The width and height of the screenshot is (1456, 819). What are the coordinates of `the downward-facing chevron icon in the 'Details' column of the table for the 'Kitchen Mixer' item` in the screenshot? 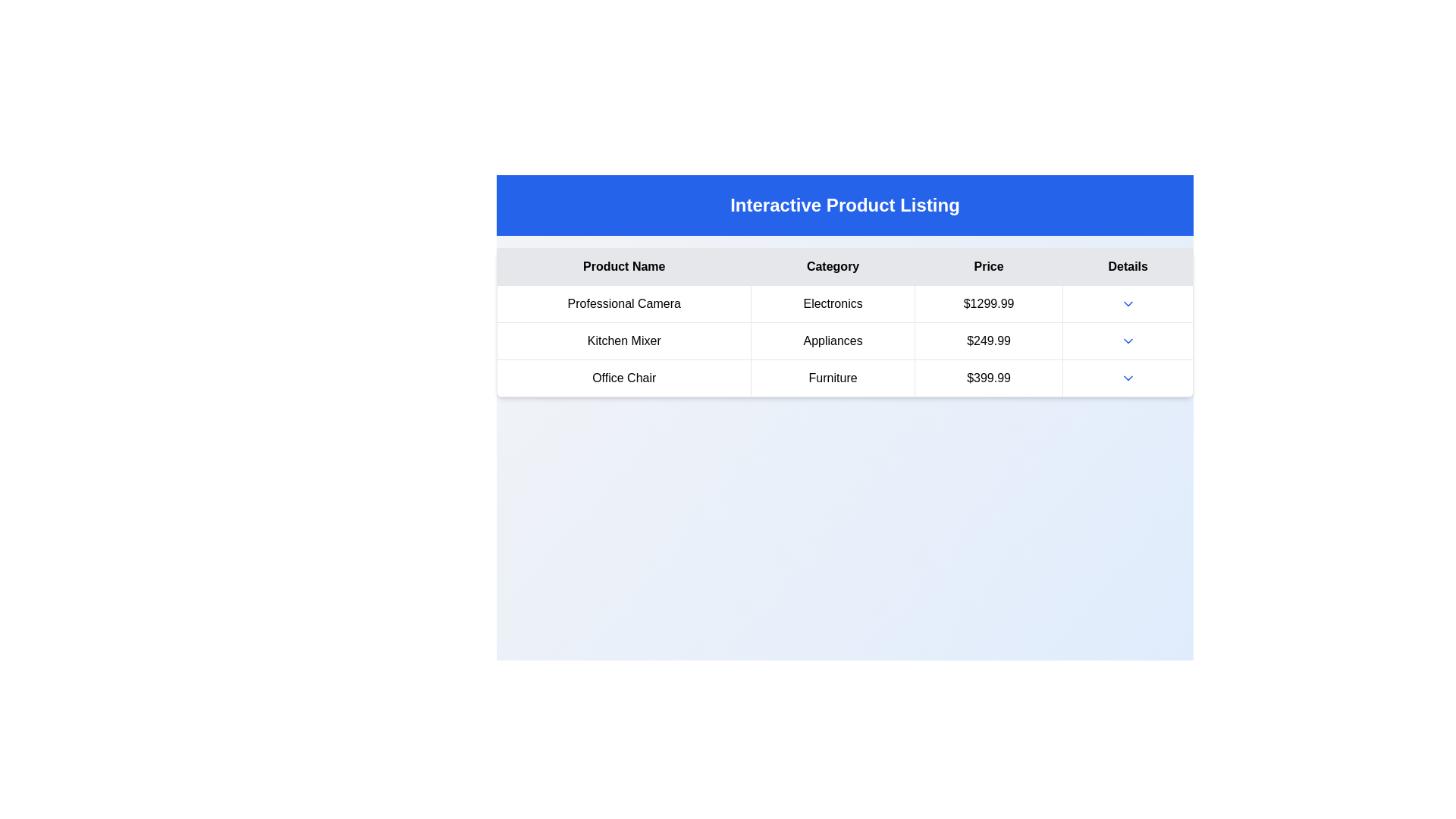 It's located at (1128, 341).